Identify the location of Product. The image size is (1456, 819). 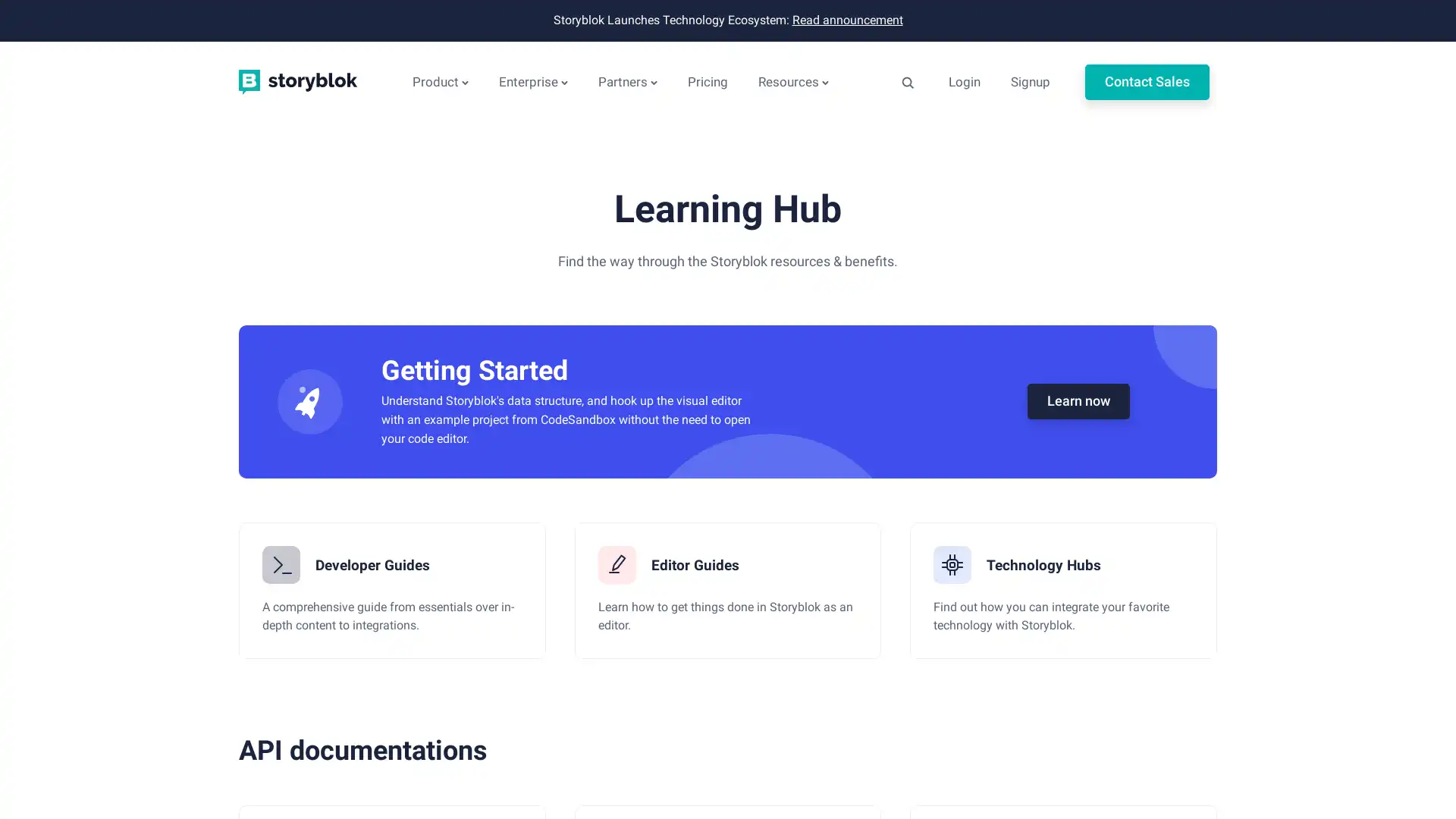
(439, 82).